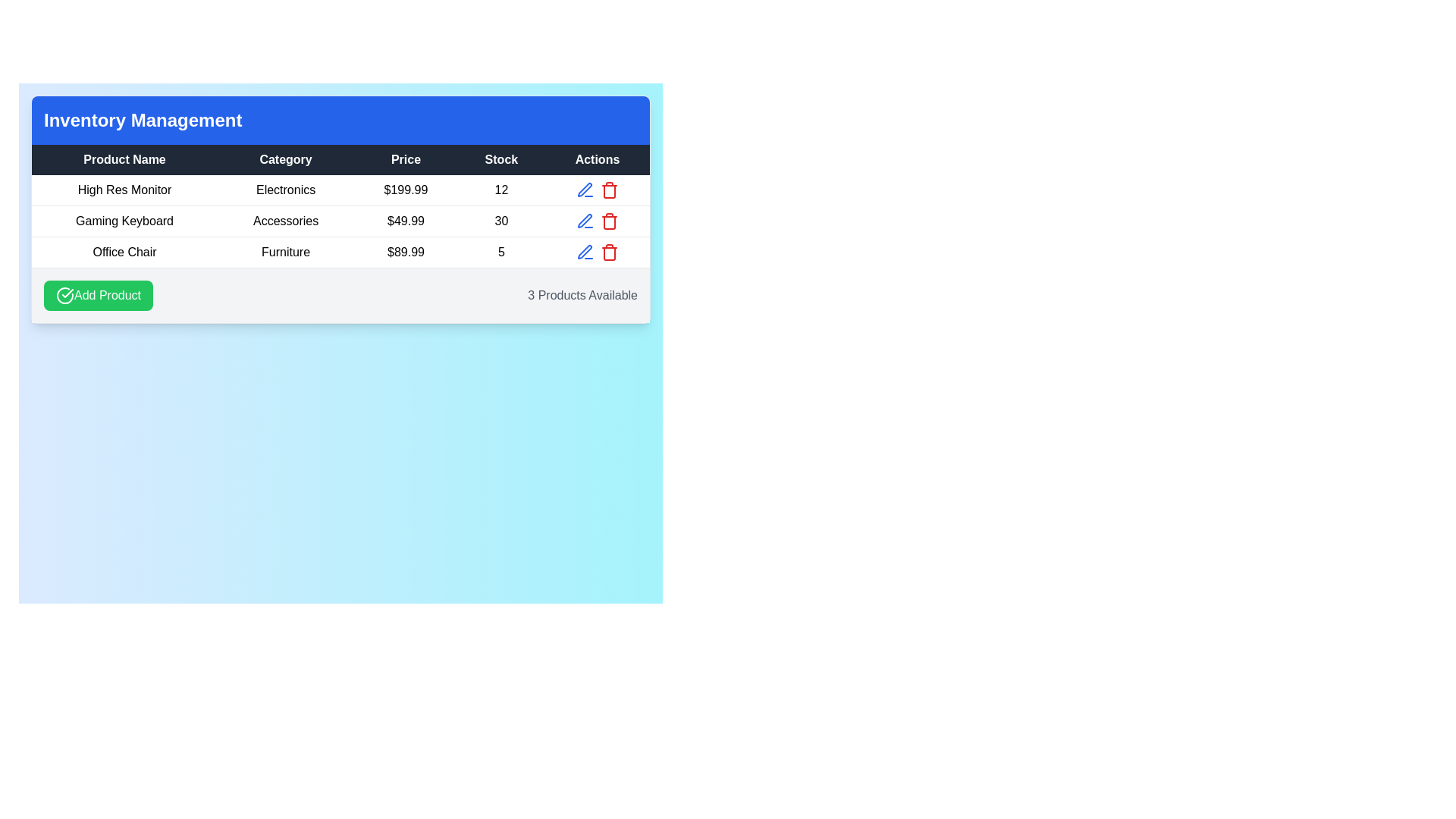  What do you see at coordinates (286, 251) in the screenshot?
I see `the text label displaying 'Furniture' in black, which is the second cell in the 'Category' column of the table, located between 'Office Chair' and '$89.99'` at bounding box center [286, 251].